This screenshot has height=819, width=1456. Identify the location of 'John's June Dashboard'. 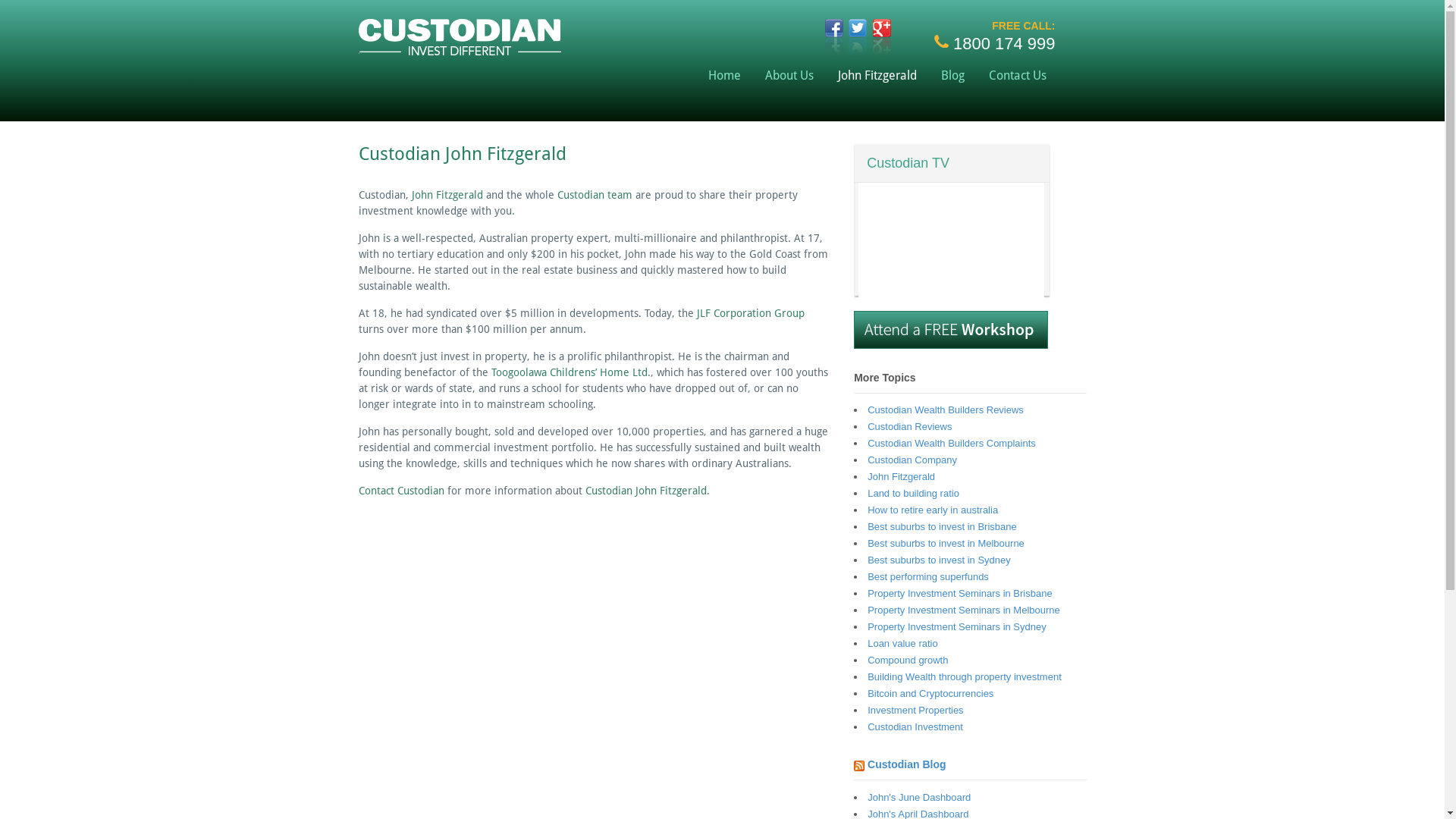
(867, 796).